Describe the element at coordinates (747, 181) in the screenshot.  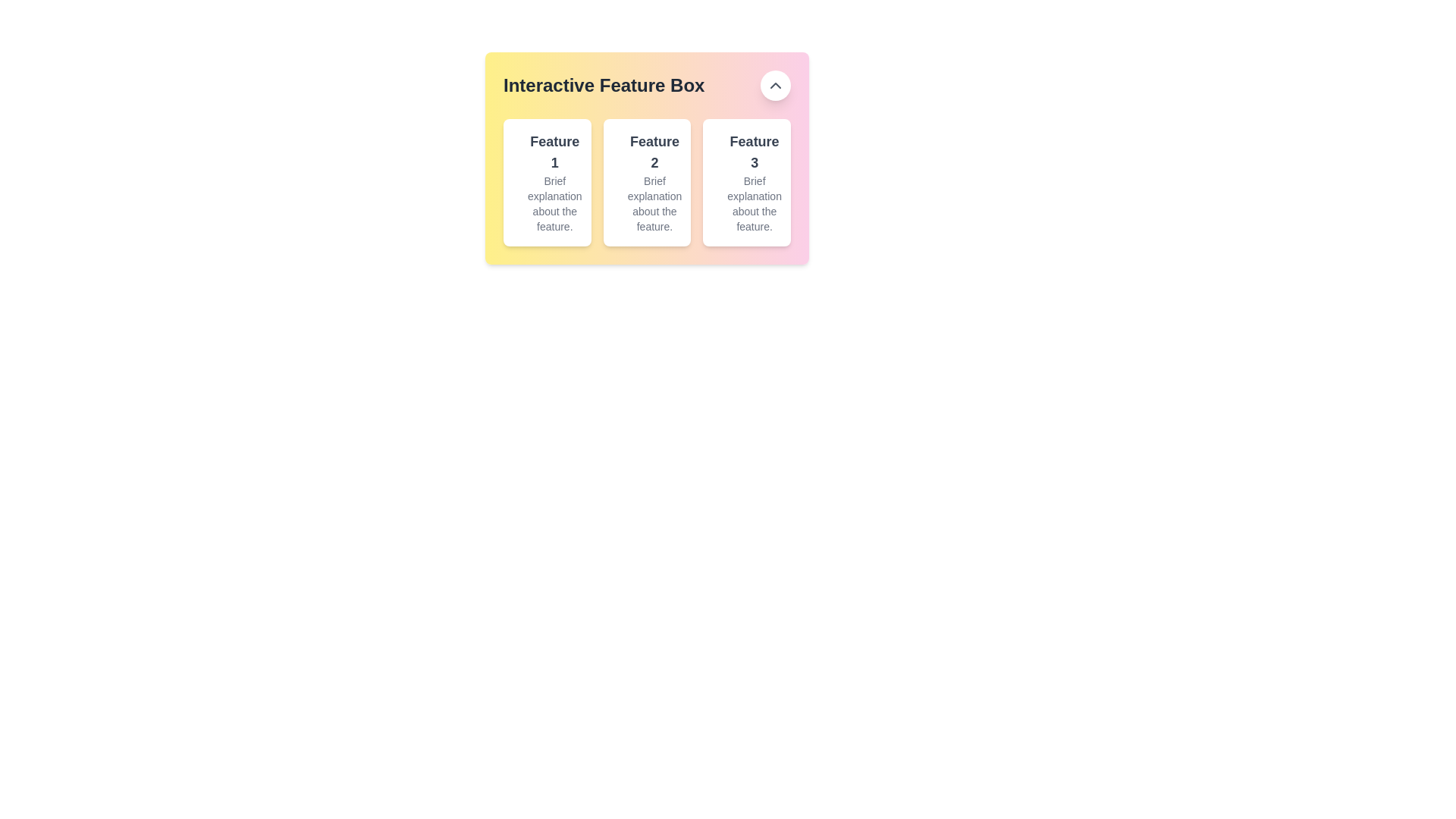
I see `the third card element in the row, which features a blue circular icon on the left and contains the text 'Feature 3' and 'Brief explanation about the feature.'` at that location.